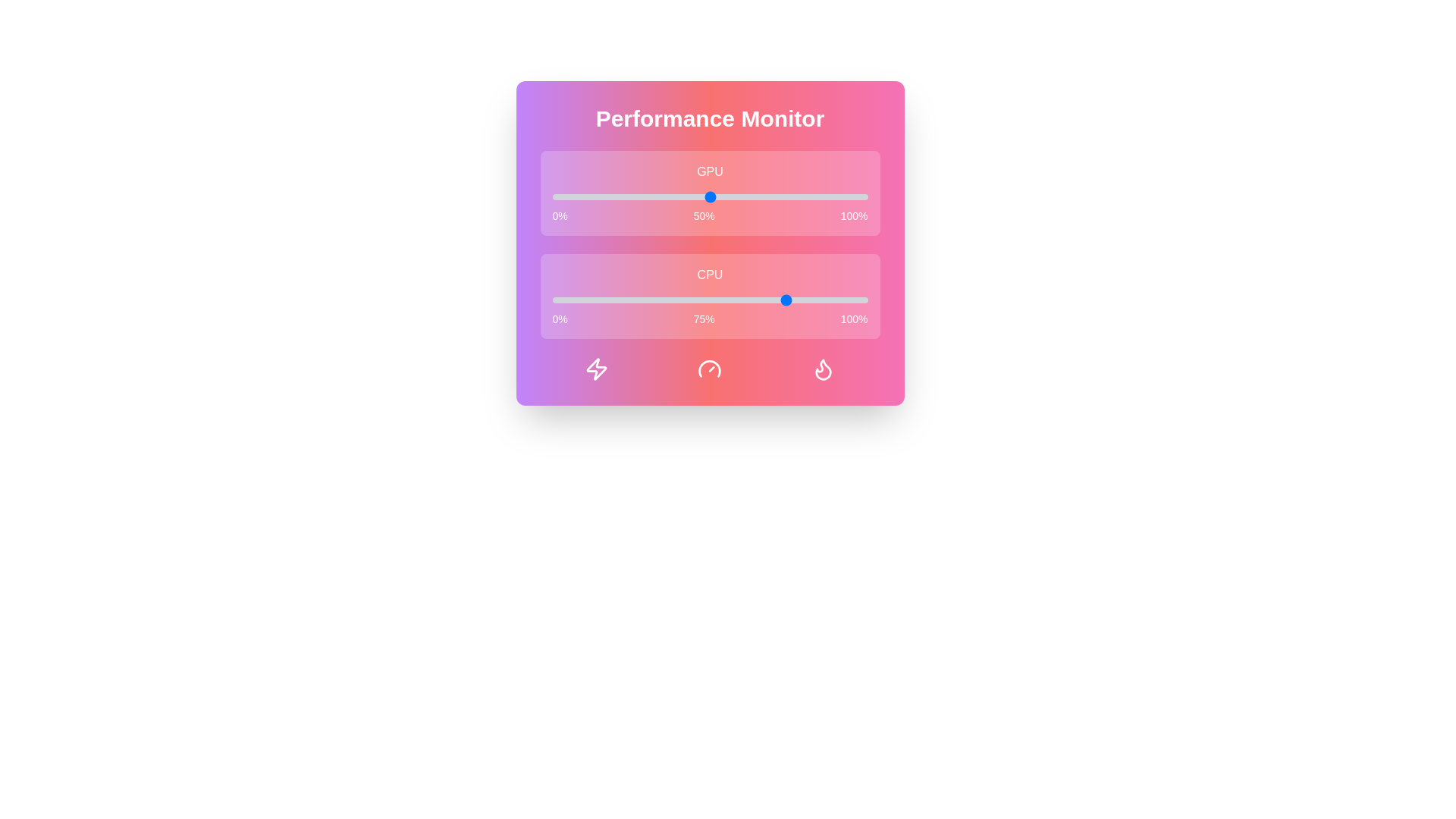  I want to click on the icon representing electrical power, so click(596, 369).